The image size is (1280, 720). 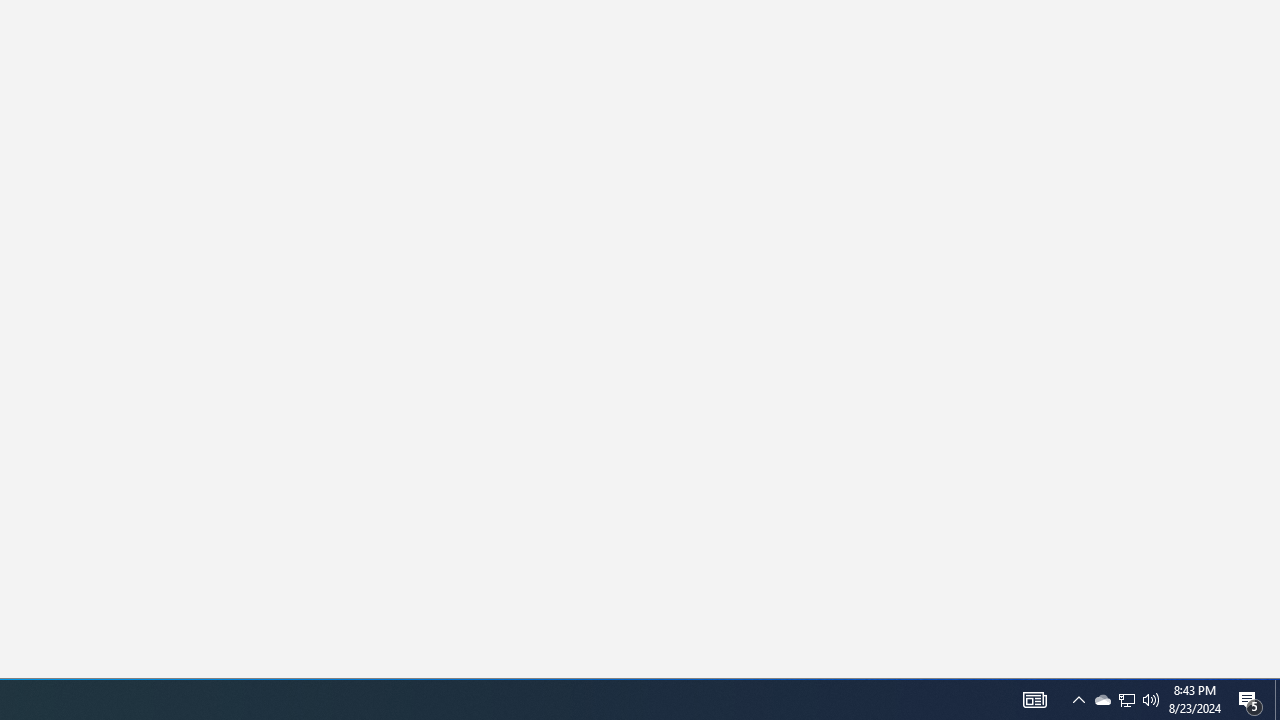 I want to click on 'AutomationID: 4105', so click(x=1078, y=698).